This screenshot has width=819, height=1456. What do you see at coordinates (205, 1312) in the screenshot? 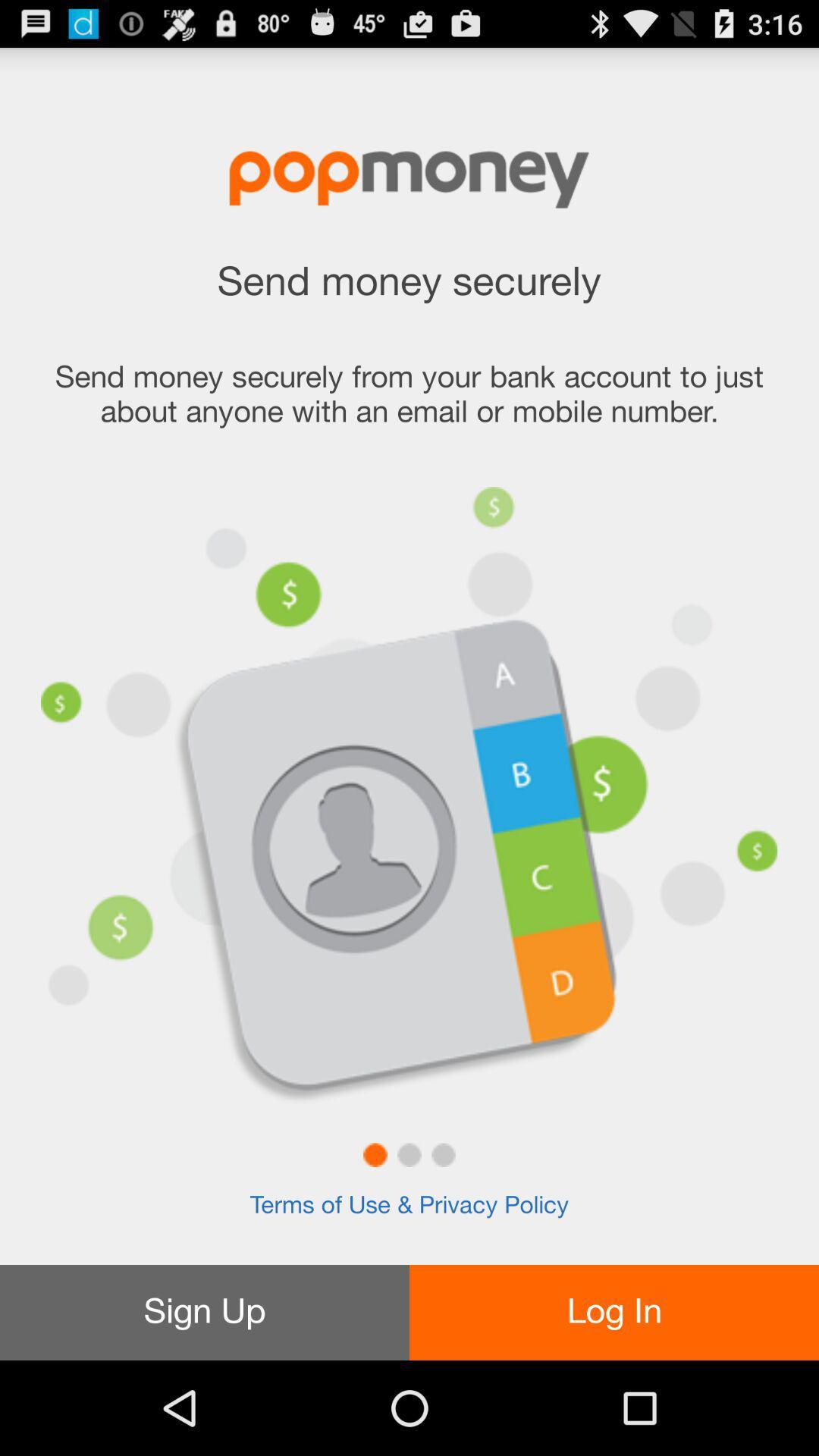
I see `item next to the log in item` at bounding box center [205, 1312].